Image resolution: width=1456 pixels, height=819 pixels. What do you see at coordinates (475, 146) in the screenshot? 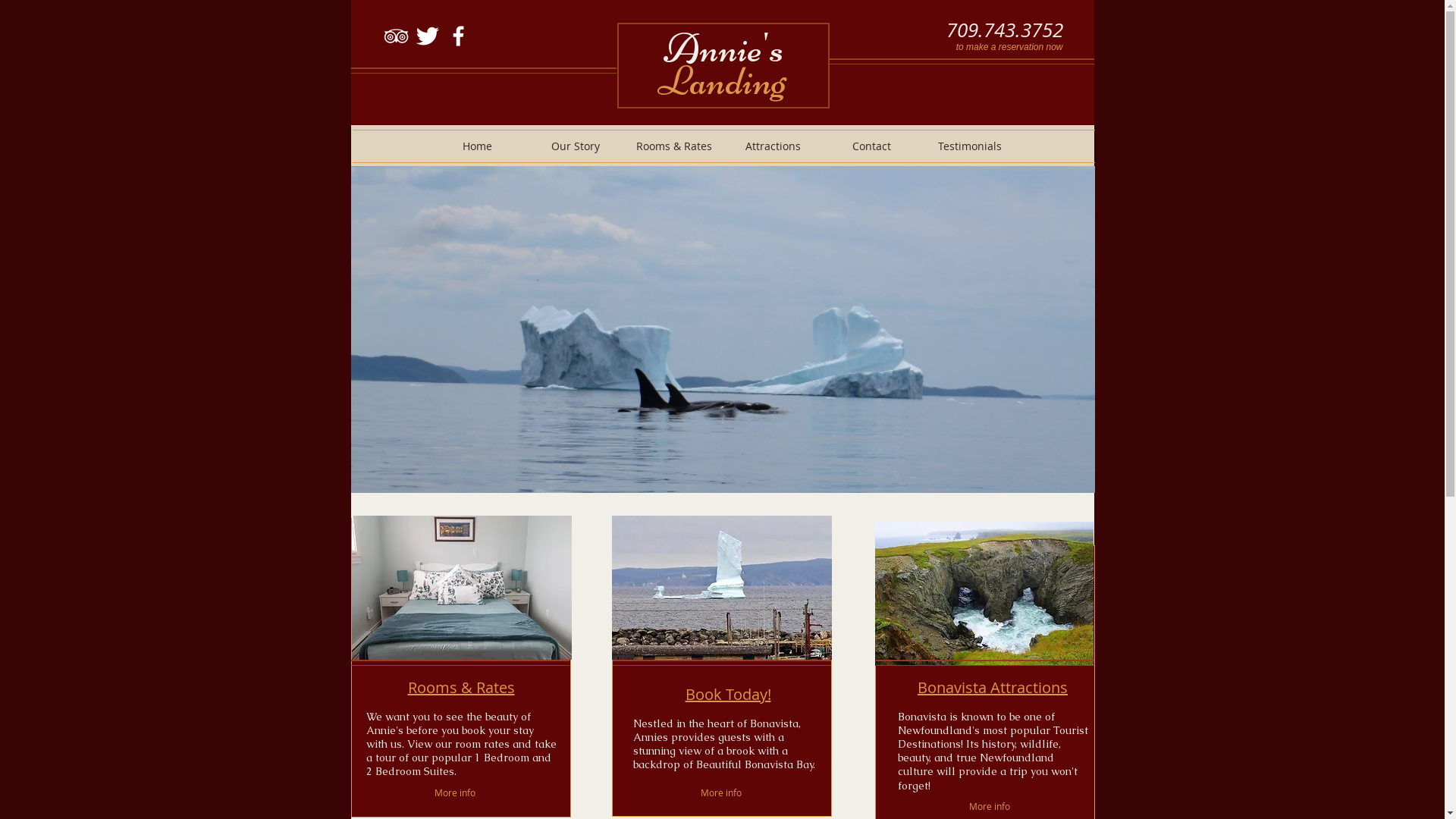
I see `'Home'` at bounding box center [475, 146].